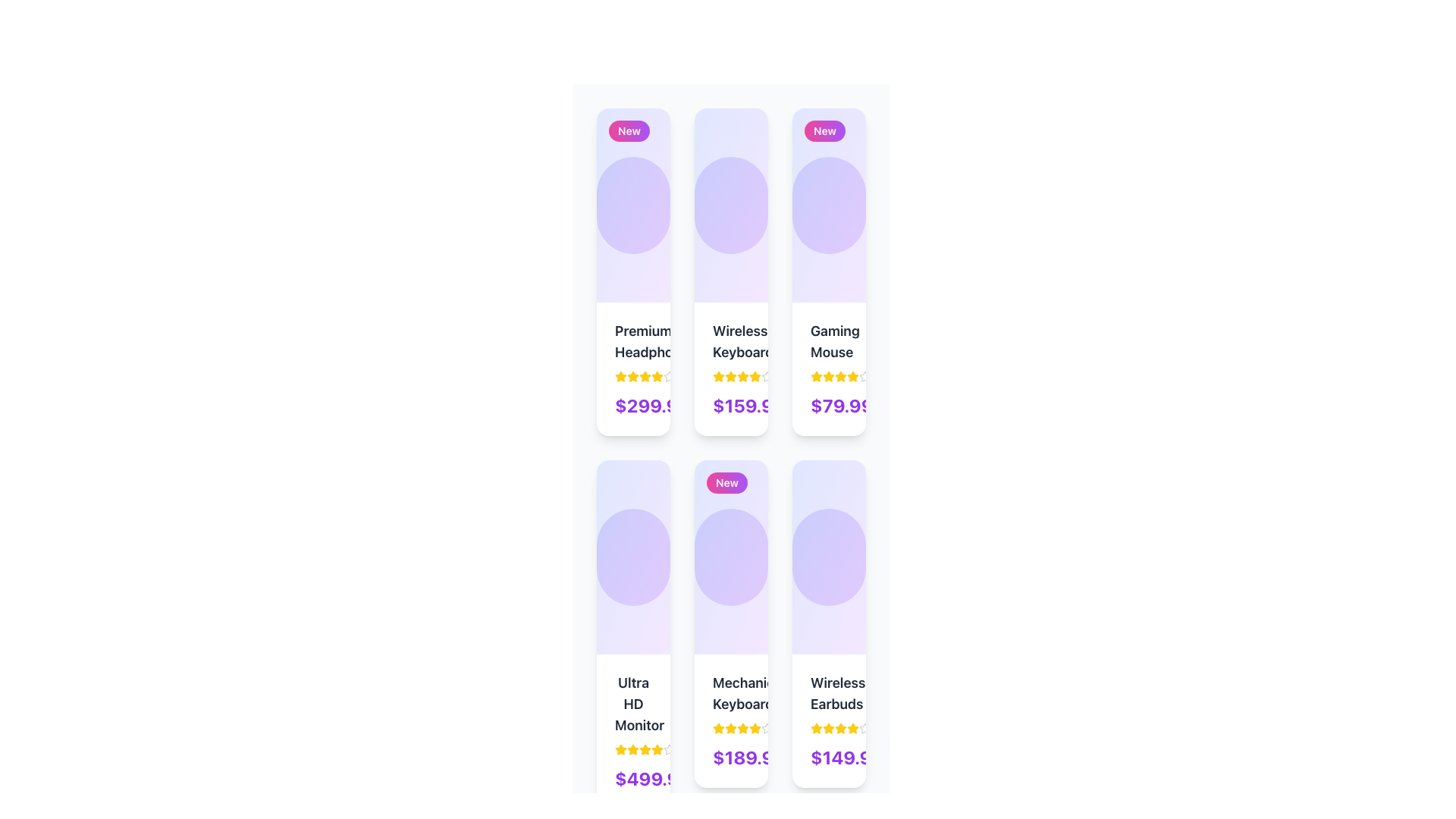 The image size is (1456, 819). I want to click on the third yellow star icon in the 5-star rating system for the product card titled 'Mechanical Keyboard', so click(731, 727).